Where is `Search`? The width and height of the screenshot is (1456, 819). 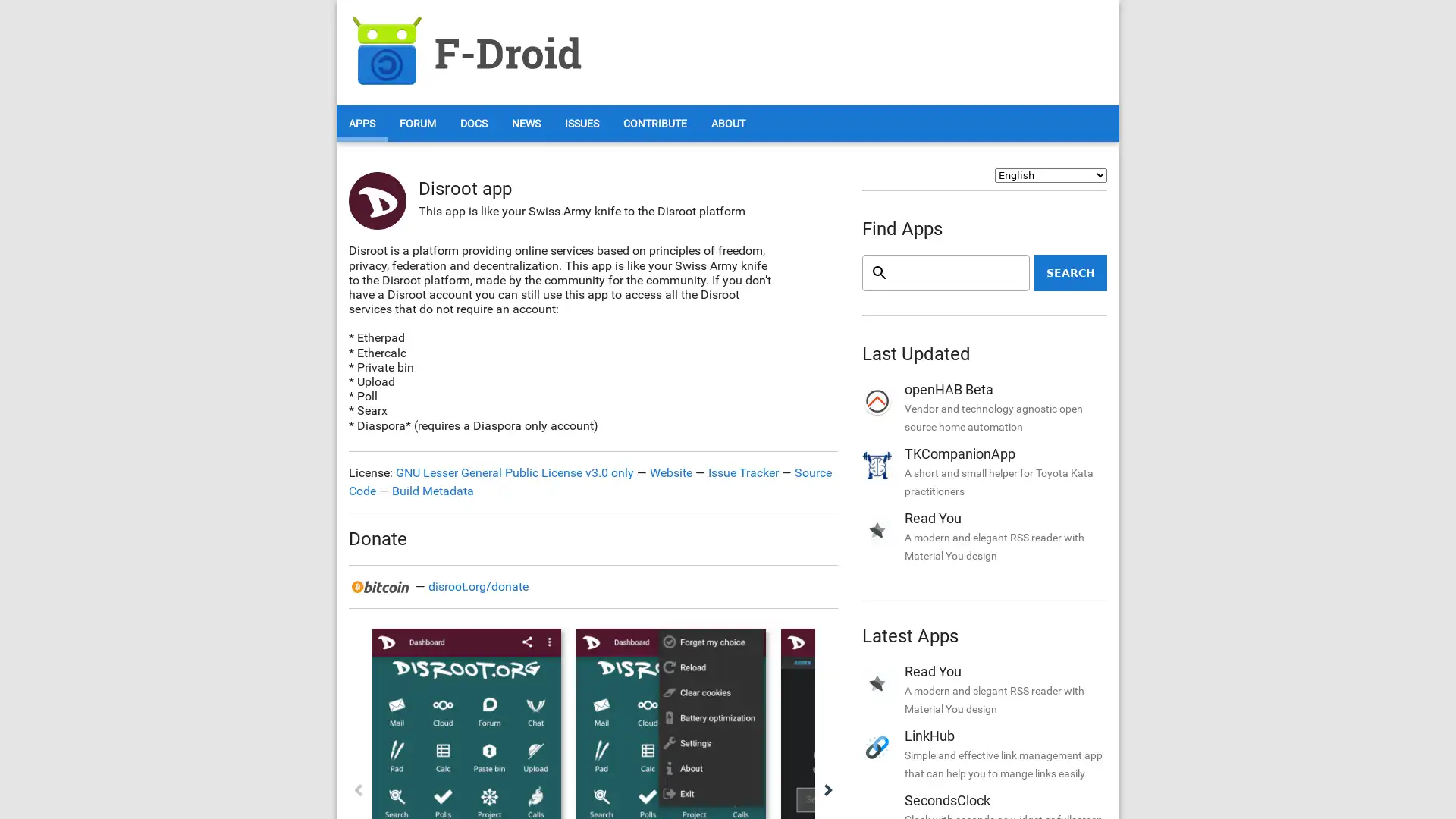
Search is located at coordinates (1069, 271).